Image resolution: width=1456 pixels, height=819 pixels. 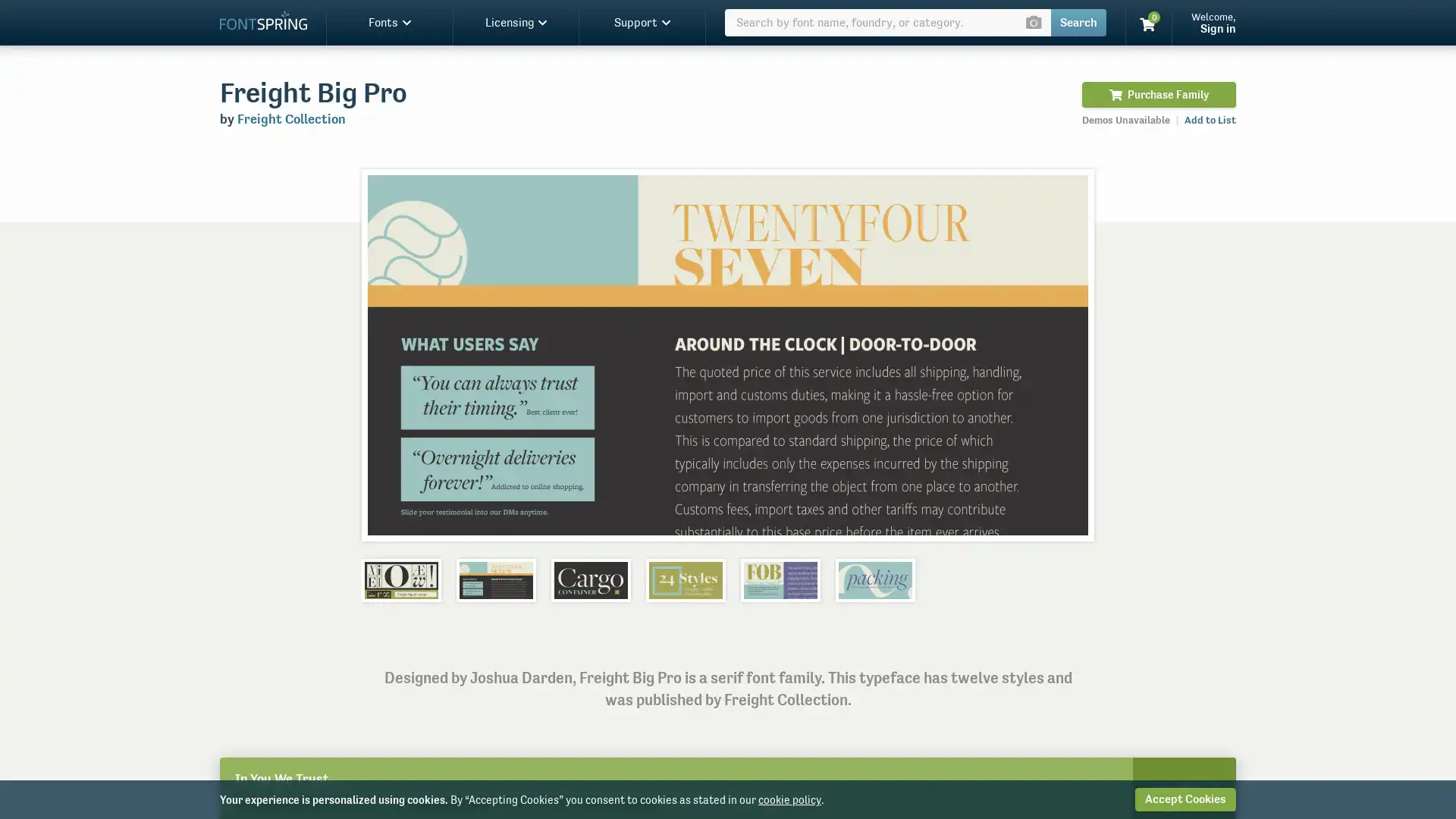 I want to click on Add to List, so click(x=1210, y=119).